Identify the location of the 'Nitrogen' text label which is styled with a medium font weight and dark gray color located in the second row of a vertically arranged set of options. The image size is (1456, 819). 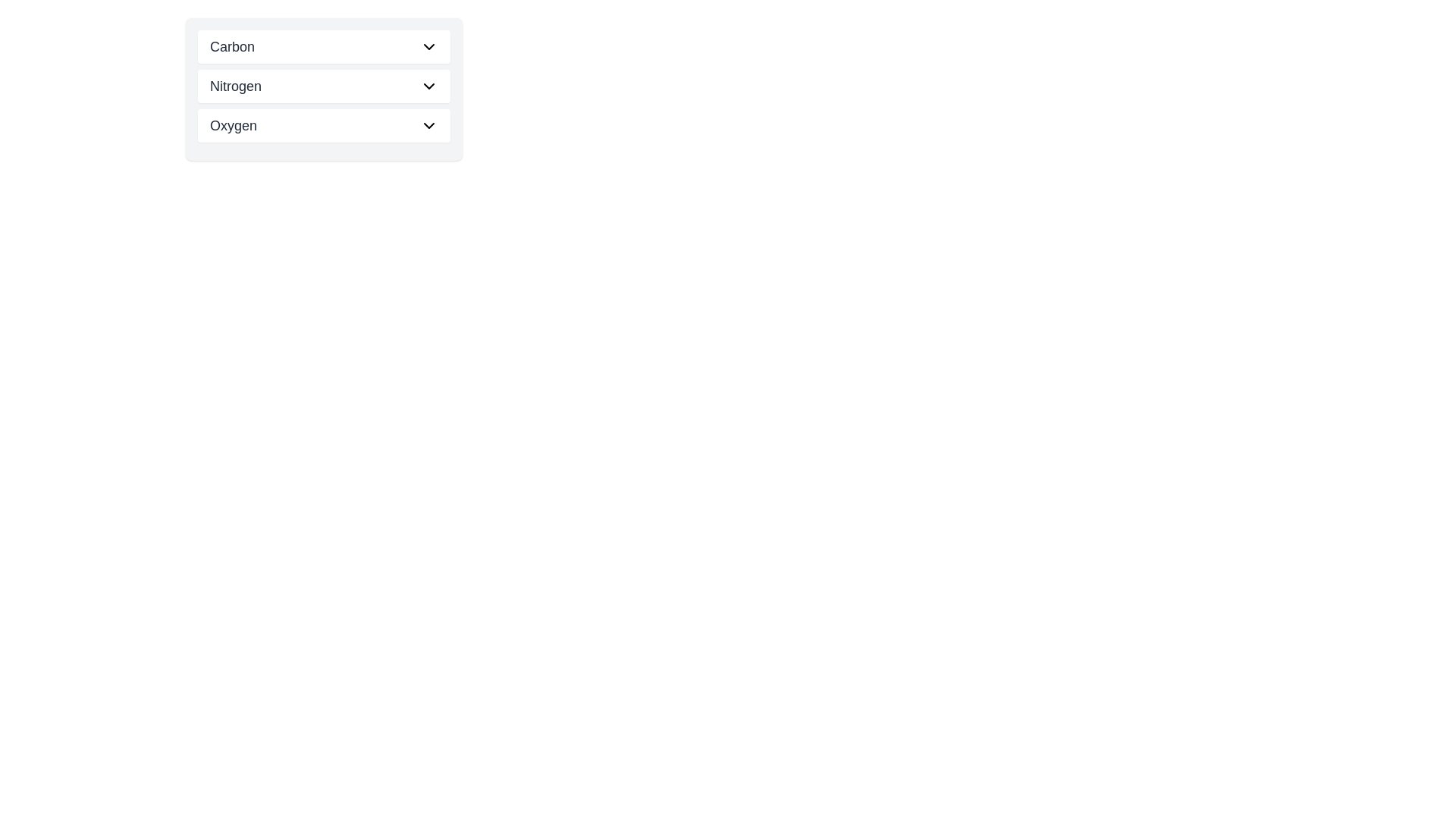
(235, 86).